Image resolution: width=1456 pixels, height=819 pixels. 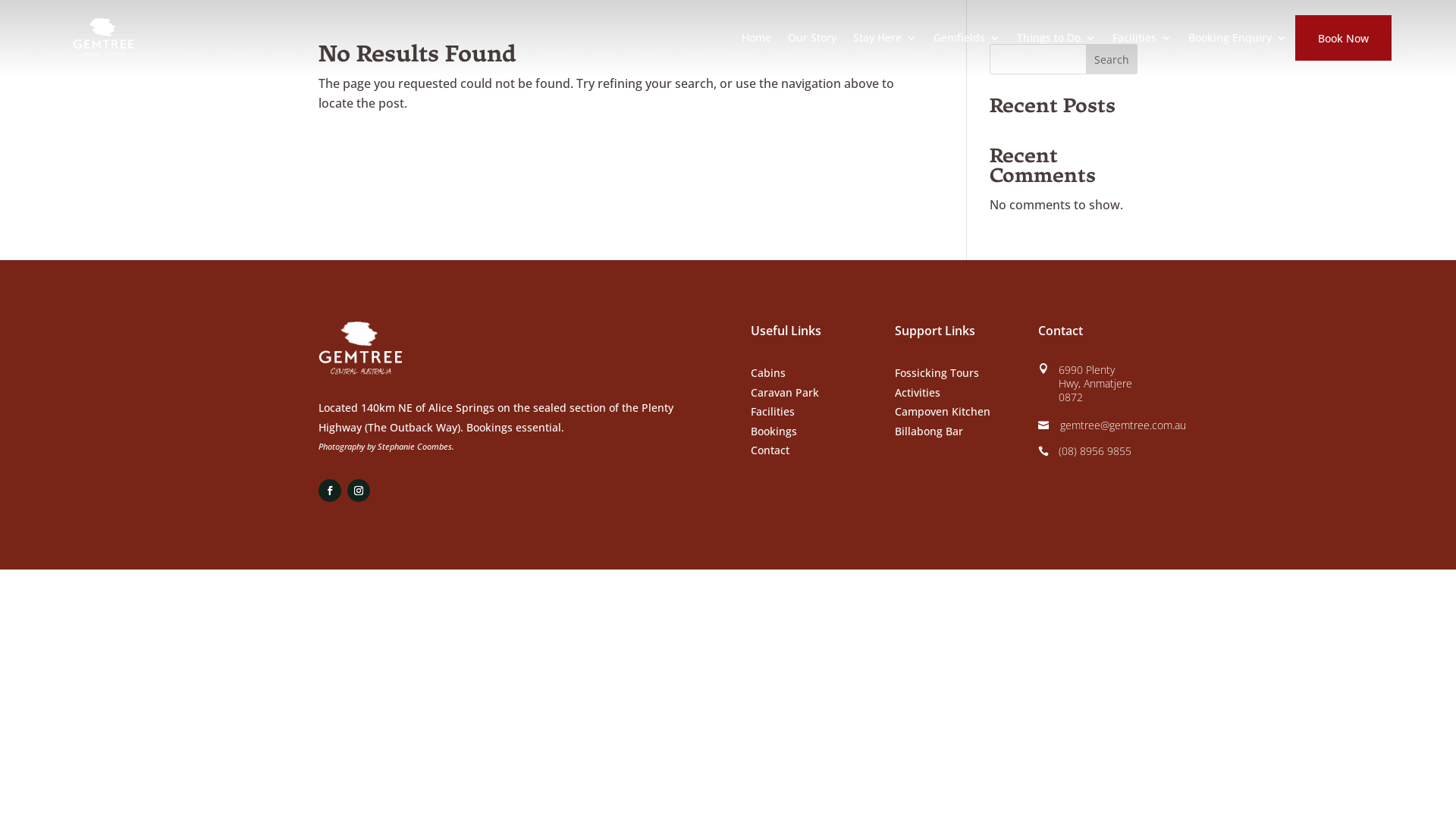 I want to click on 'Things to Do', so click(x=1016, y=37).